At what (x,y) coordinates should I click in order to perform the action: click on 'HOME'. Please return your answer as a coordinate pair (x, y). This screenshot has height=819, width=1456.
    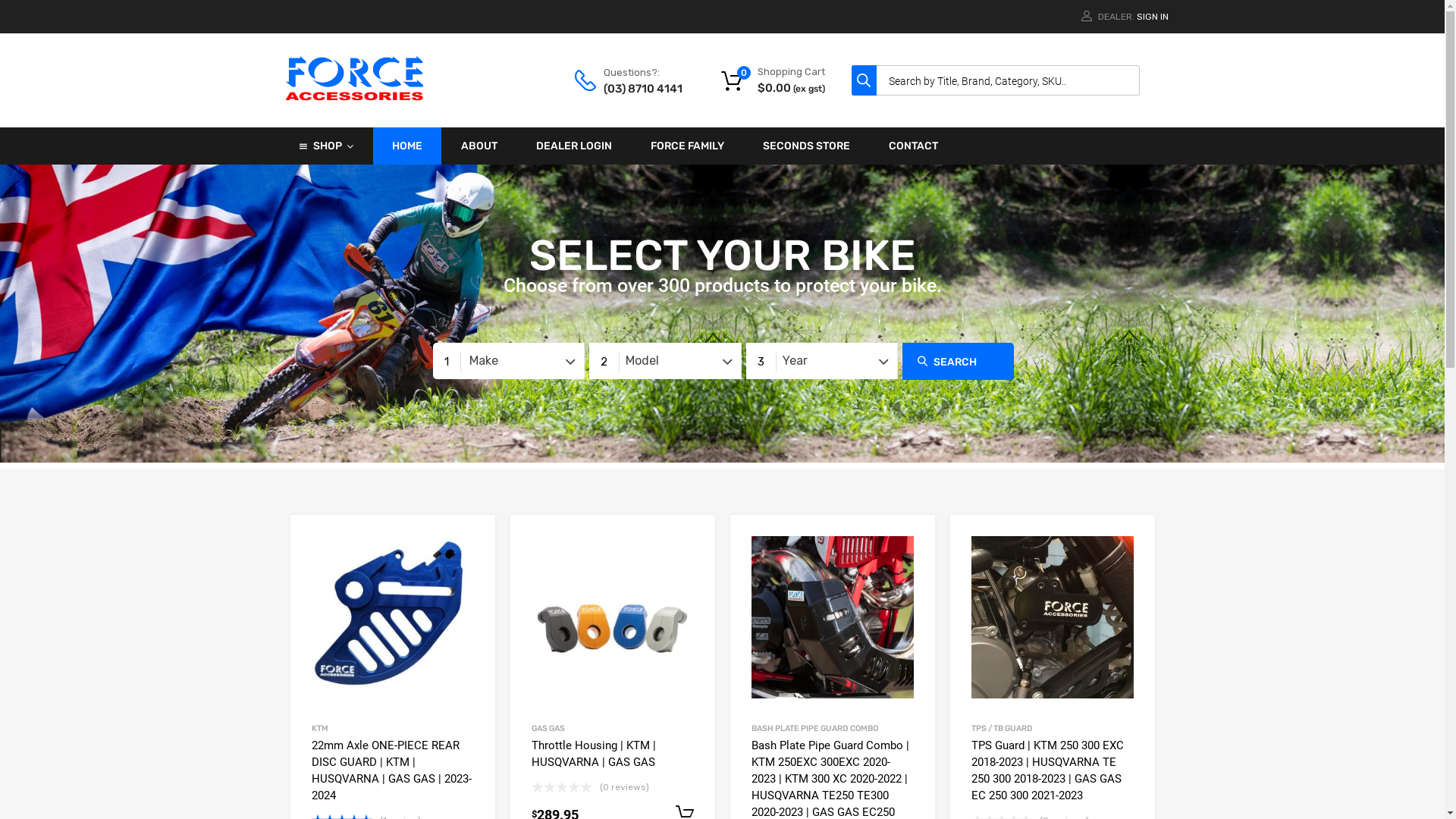
    Looking at the image, I should click on (407, 146).